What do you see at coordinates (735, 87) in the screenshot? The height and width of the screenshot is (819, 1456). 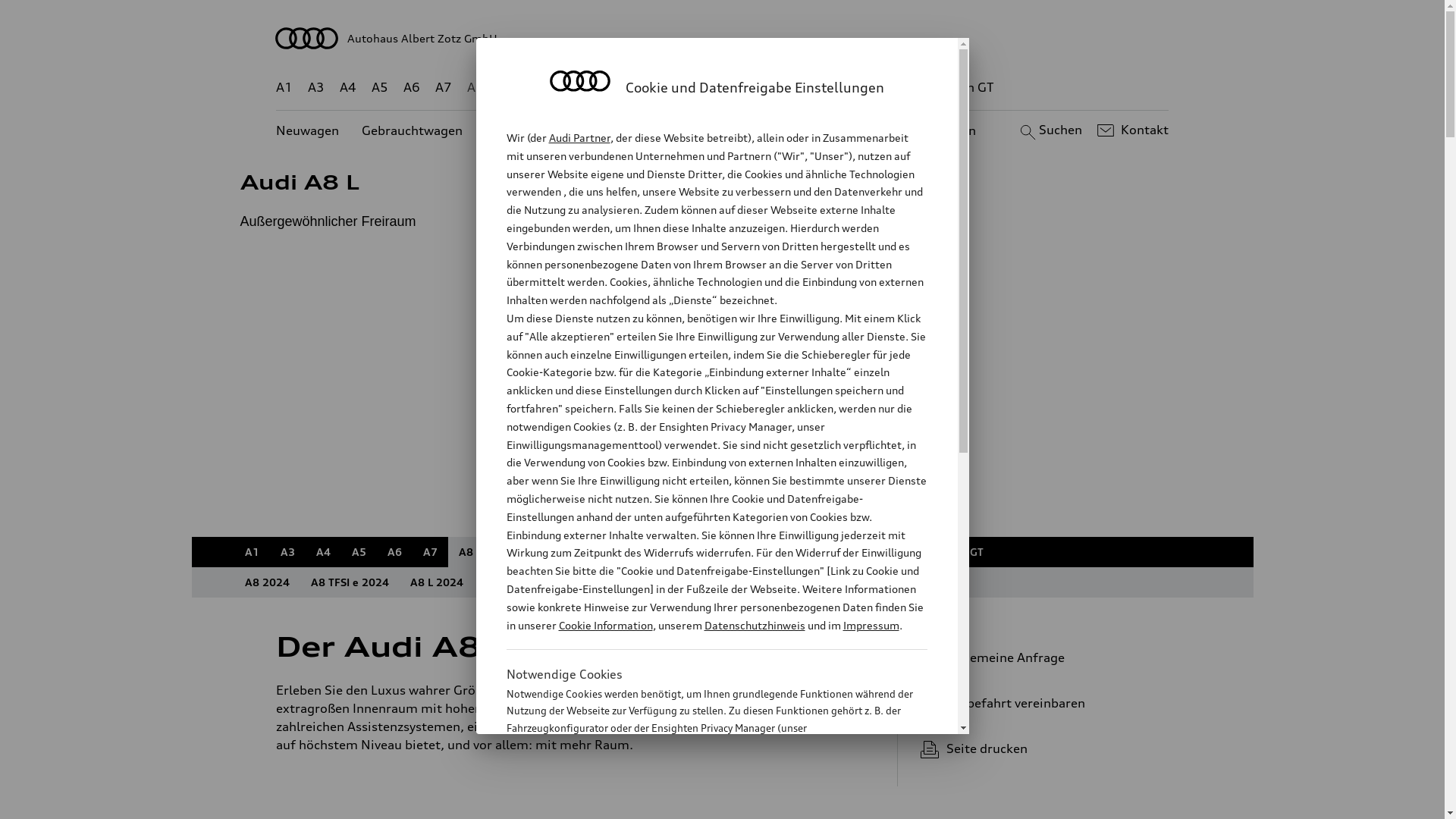 I see `'Q8 e-tron'` at bounding box center [735, 87].